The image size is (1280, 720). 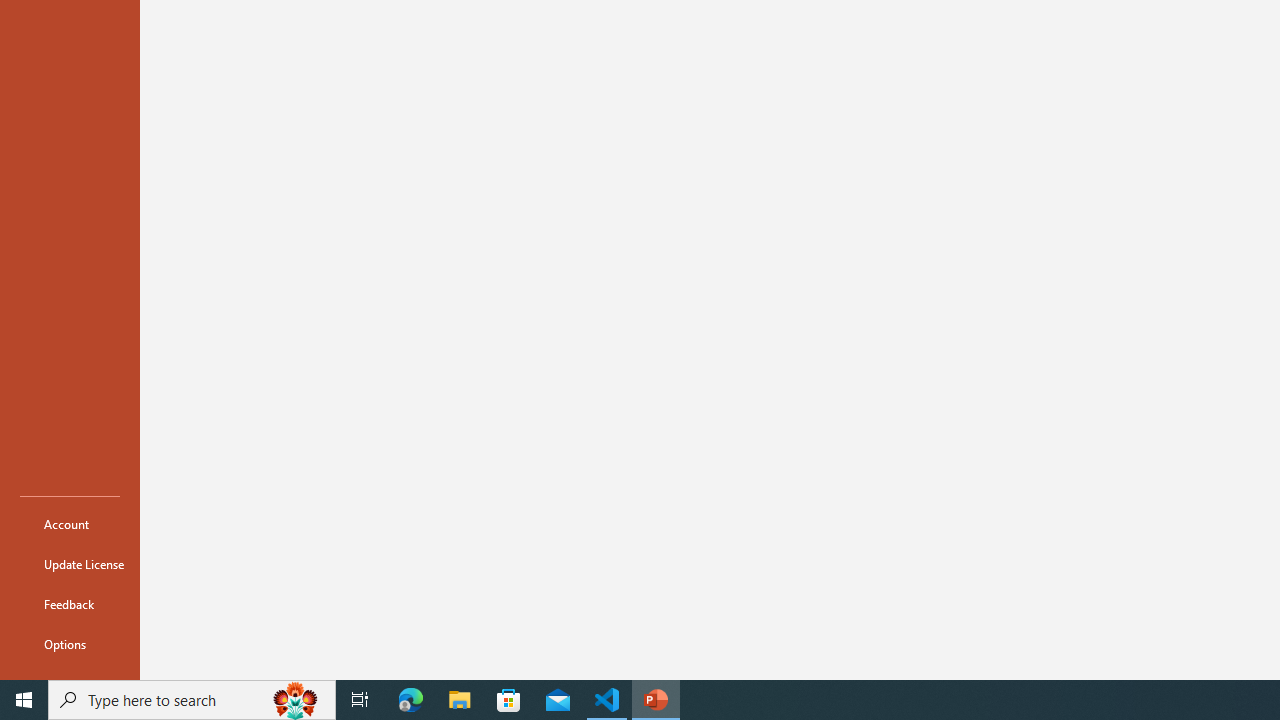 What do you see at coordinates (69, 564) in the screenshot?
I see `'Update License'` at bounding box center [69, 564].